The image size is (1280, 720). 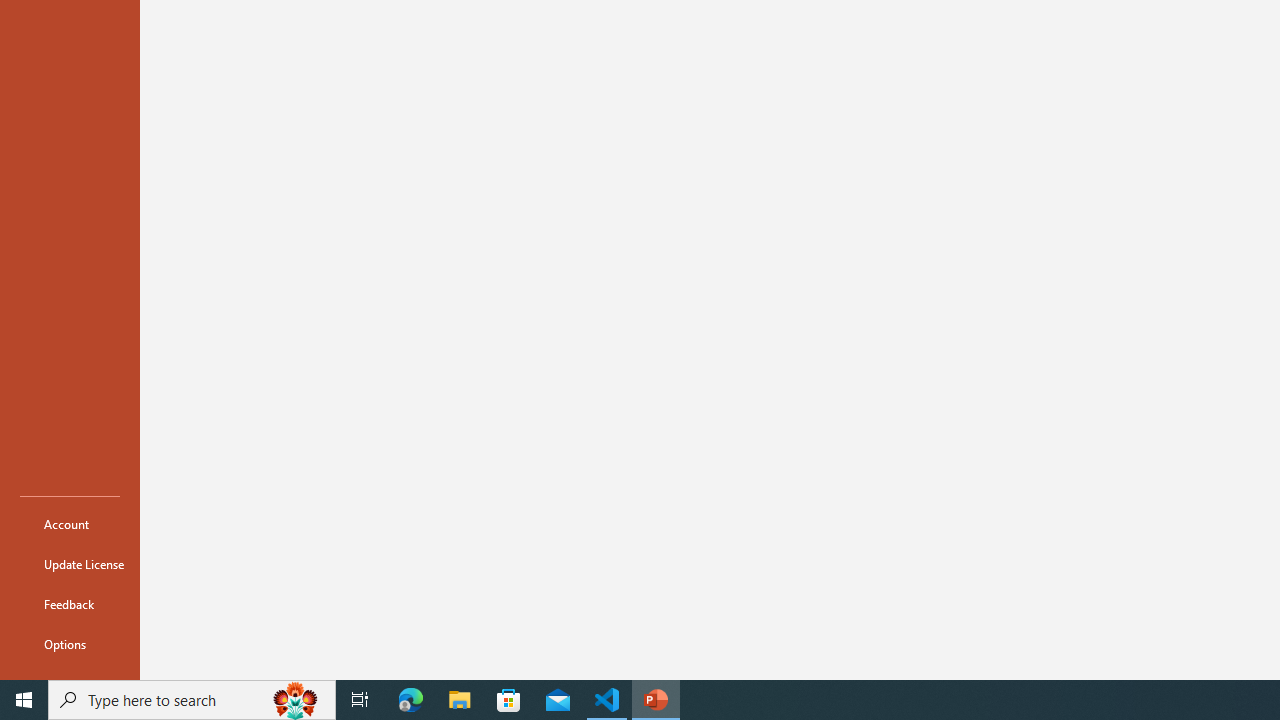 What do you see at coordinates (69, 564) in the screenshot?
I see `'Update License'` at bounding box center [69, 564].